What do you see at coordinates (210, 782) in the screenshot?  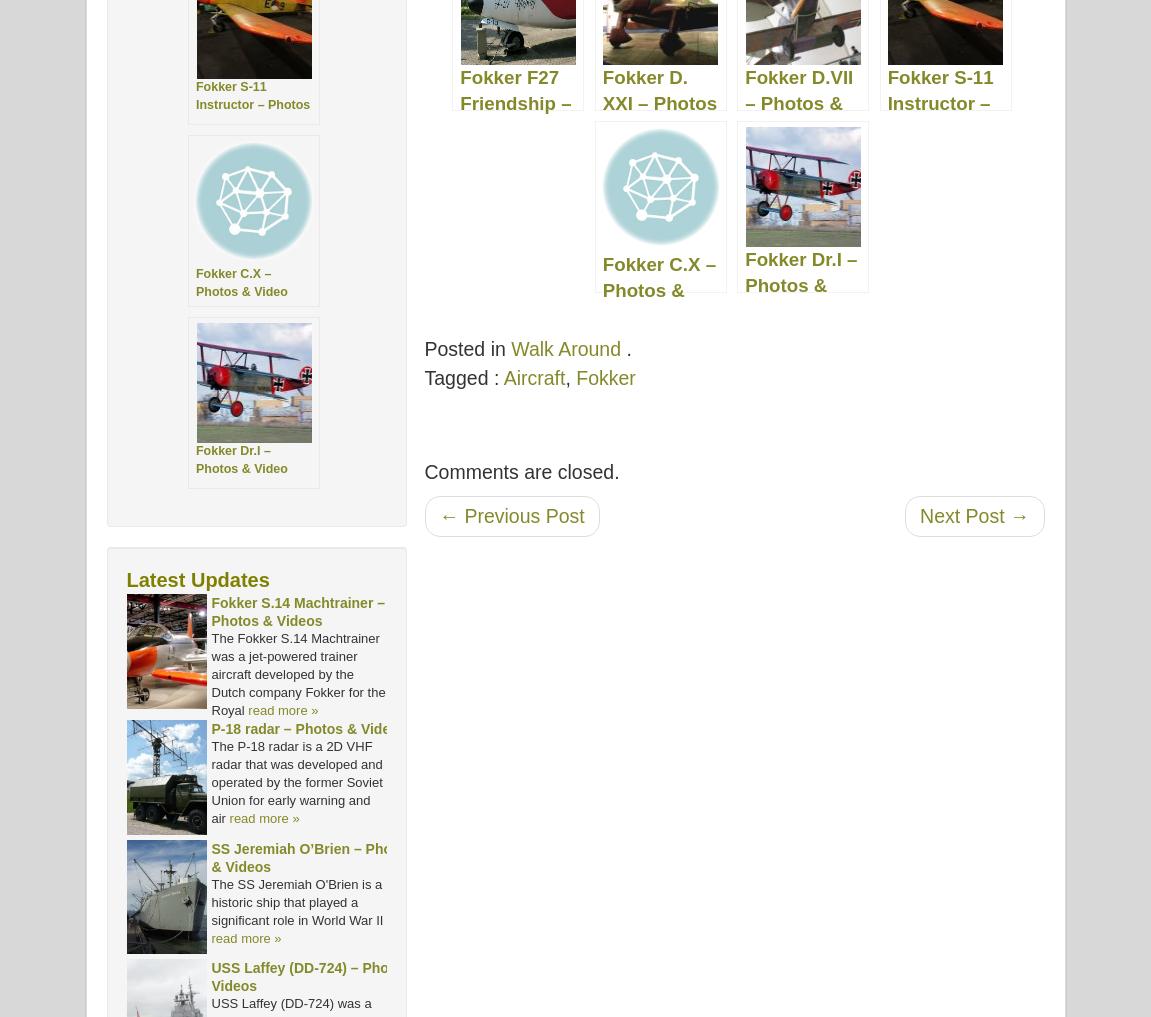 I see `'The P-18 radar is a 2D VHF radar that was developed and operated by the former Soviet Union for early warning and air'` at bounding box center [210, 782].